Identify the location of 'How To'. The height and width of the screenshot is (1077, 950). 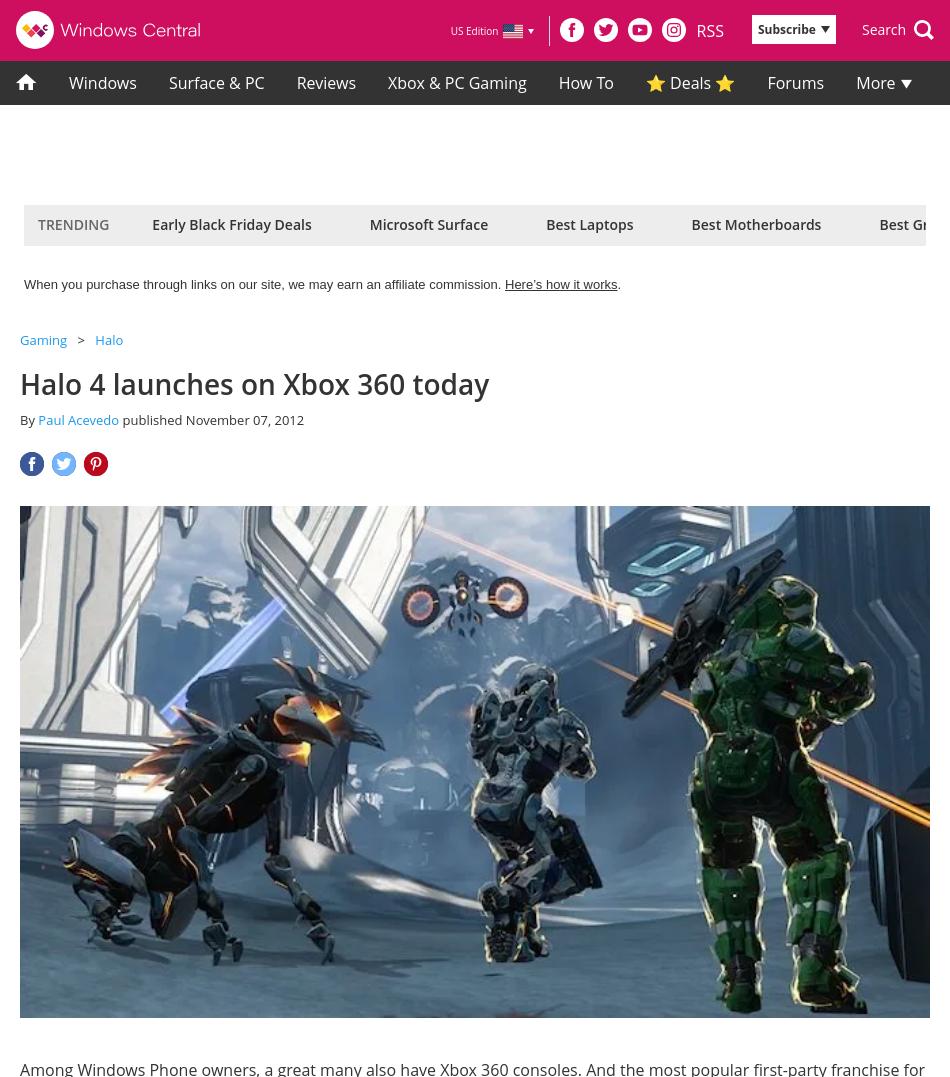
(585, 82).